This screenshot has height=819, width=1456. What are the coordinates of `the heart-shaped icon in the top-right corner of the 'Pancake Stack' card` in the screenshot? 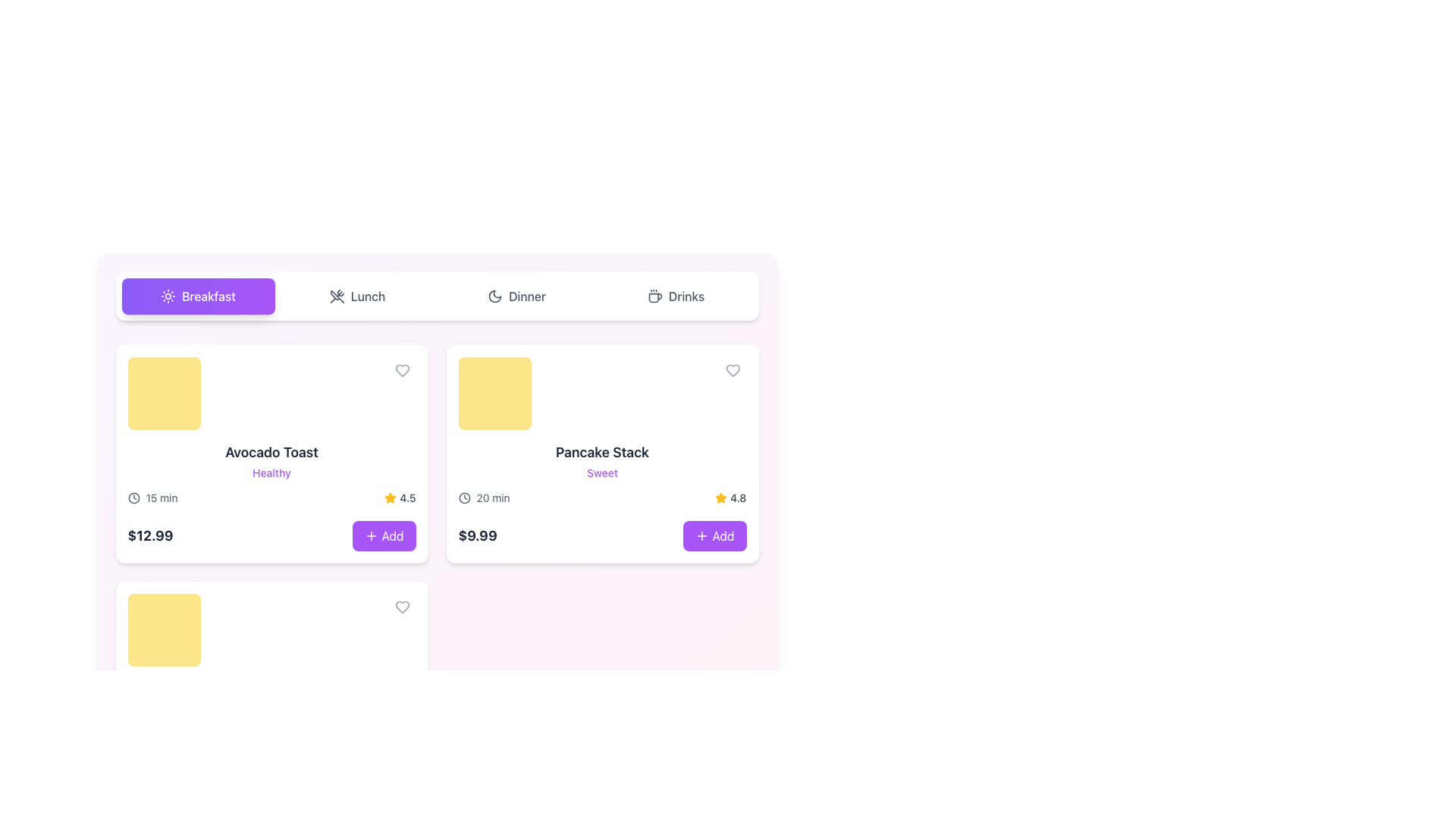 It's located at (733, 371).